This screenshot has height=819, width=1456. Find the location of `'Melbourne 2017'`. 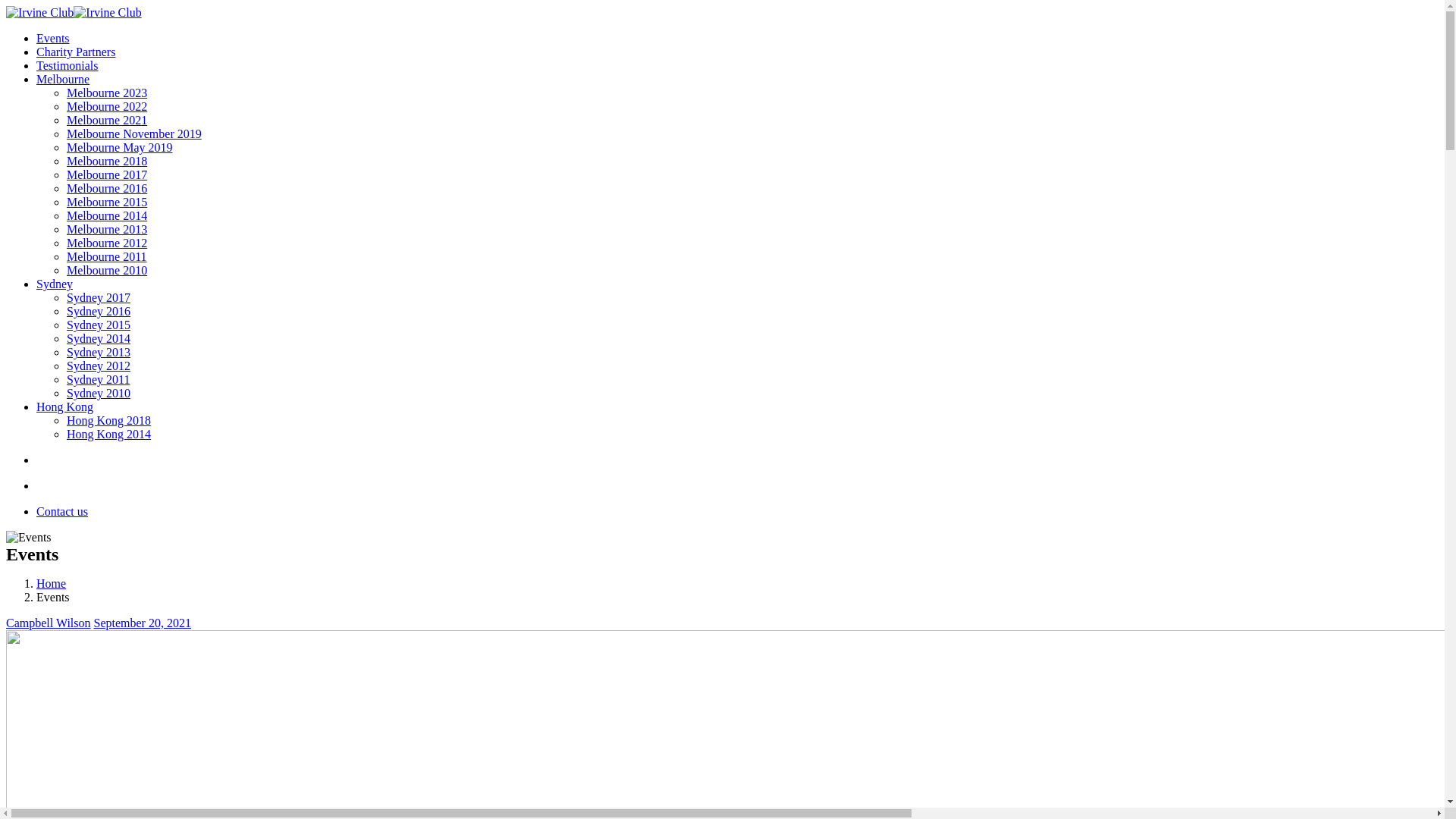

'Melbourne 2017' is located at coordinates (105, 174).